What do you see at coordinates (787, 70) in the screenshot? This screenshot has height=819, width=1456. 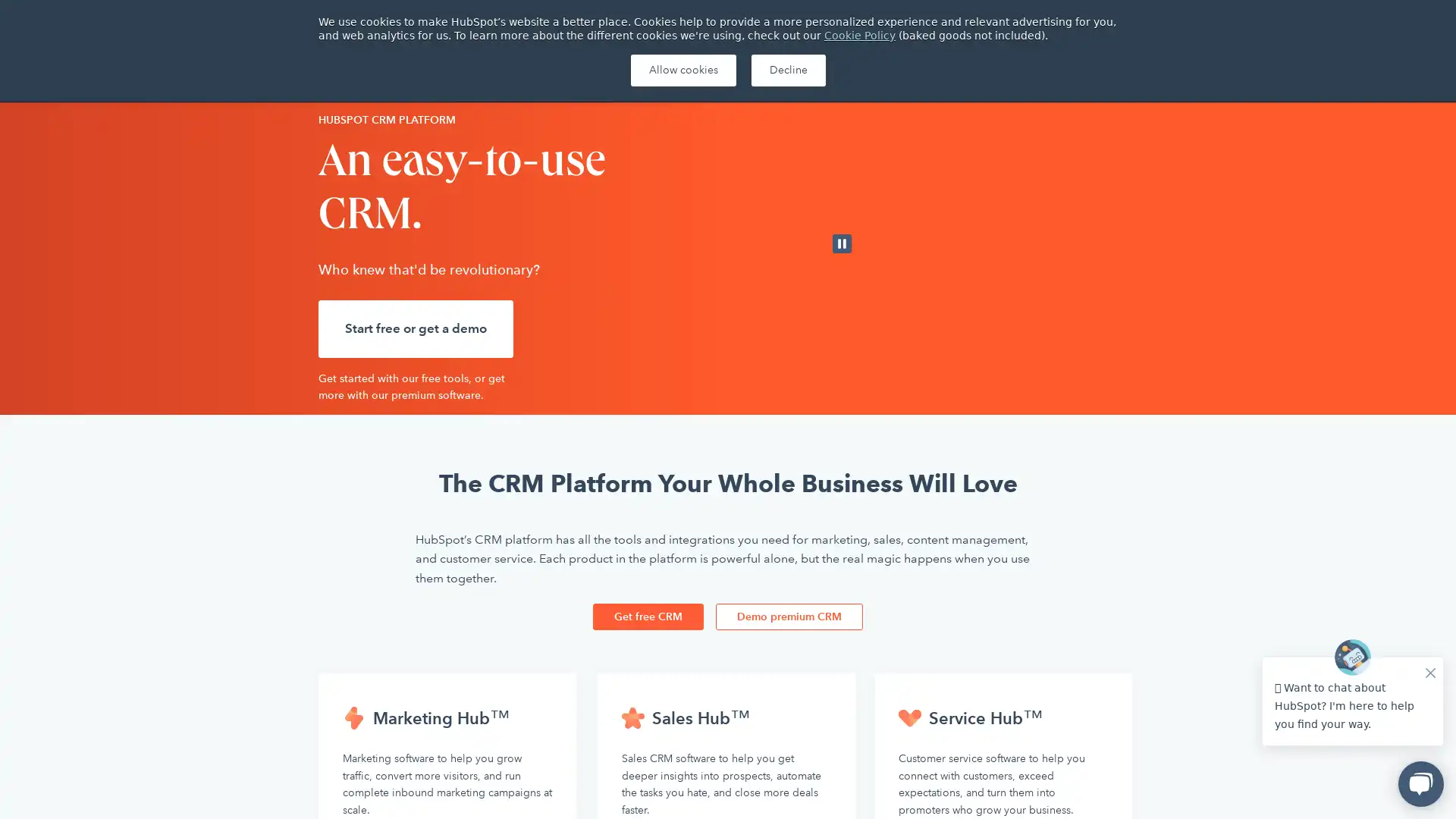 I see `Decline` at bounding box center [787, 70].